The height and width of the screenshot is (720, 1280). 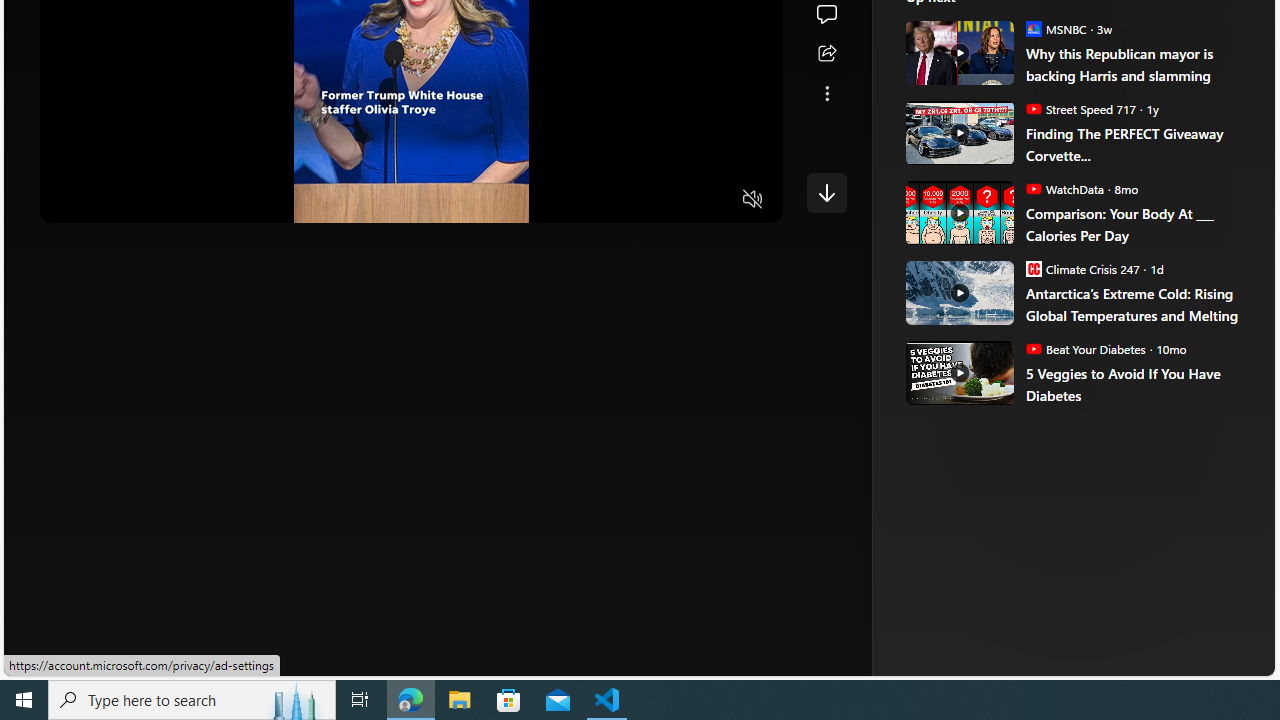 What do you see at coordinates (1063, 188) in the screenshot?
I see `'WatchData WatchData'` at bounding box center [1063, 188].